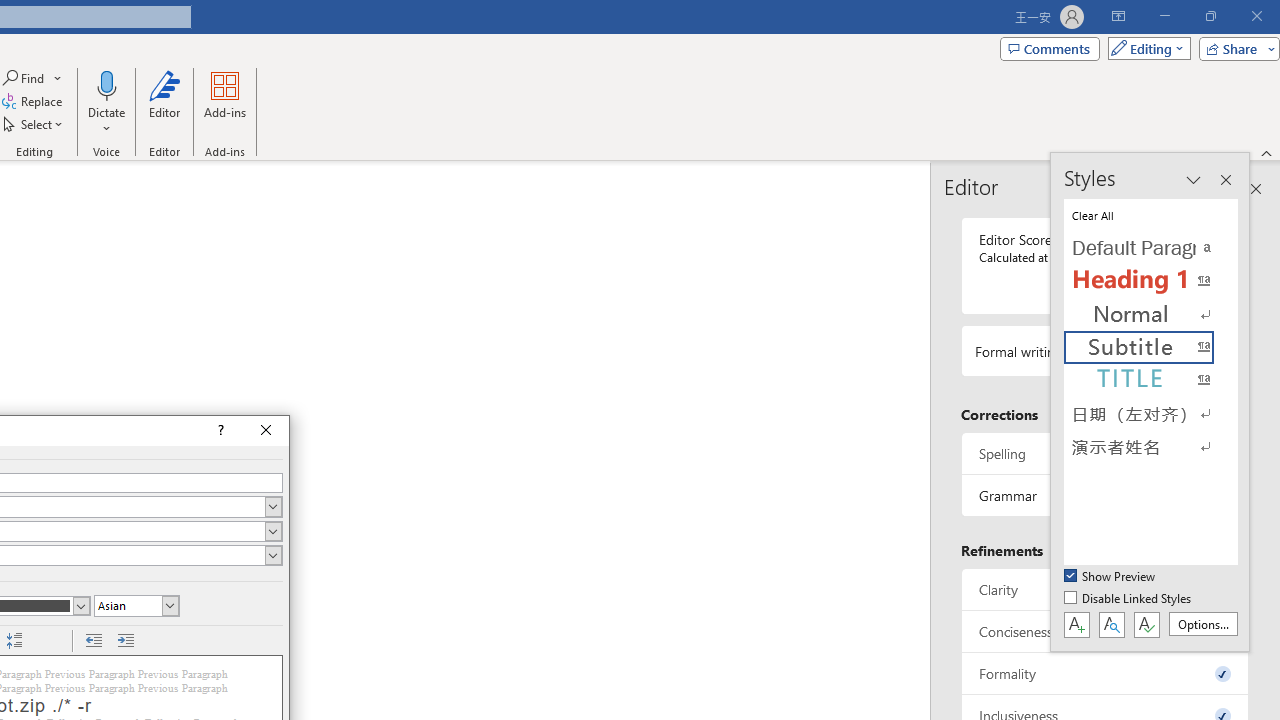 This screenshot has height=720, width=1280. What do you see at coordinates (1146, 623) in the screenshot?
I see `'Class: NetUIButton'` at bounding box center [1146, 623].